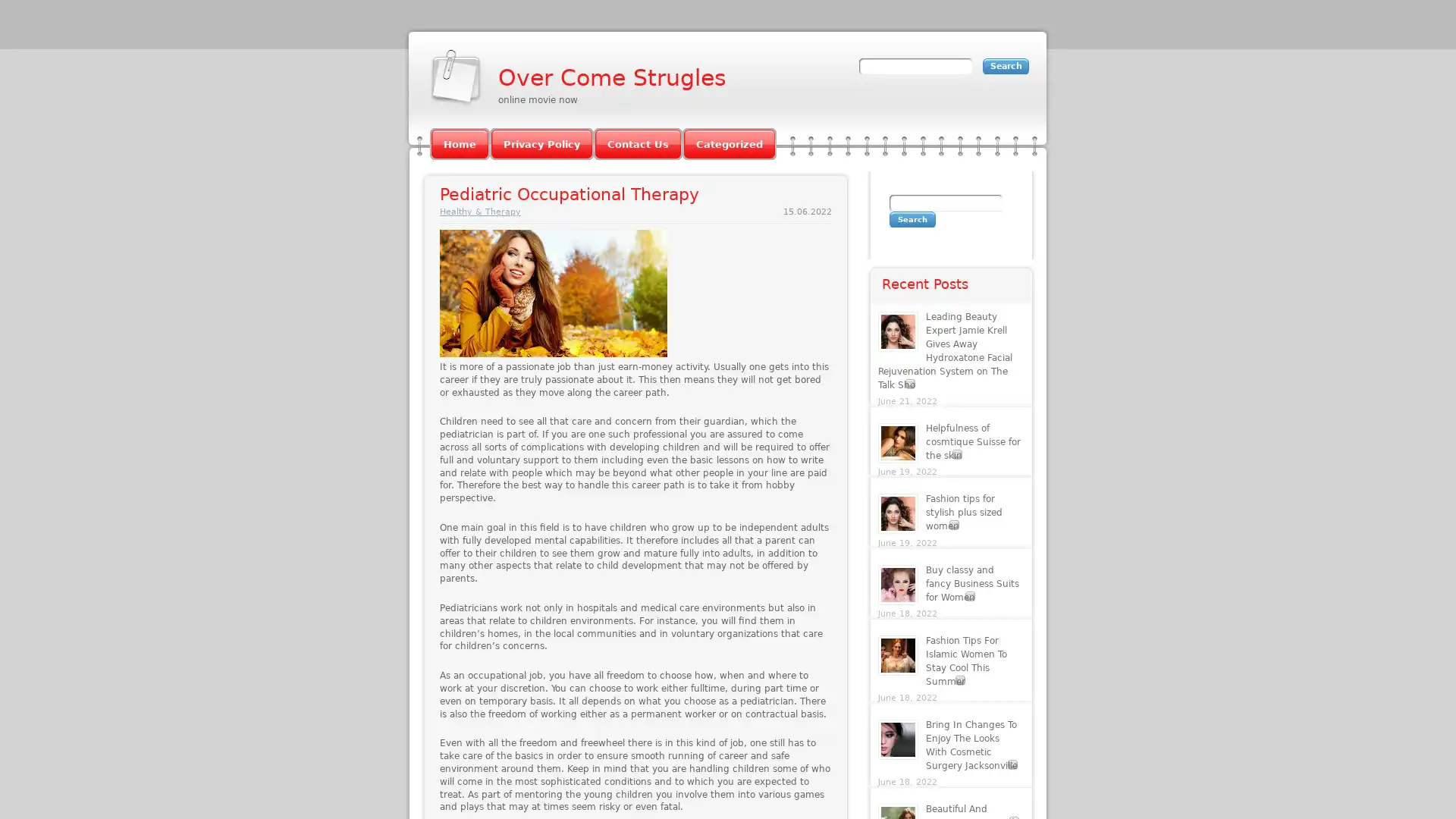  Describe the element at coordinates (912, 219) in the screenshot. I see `Search` at that location.